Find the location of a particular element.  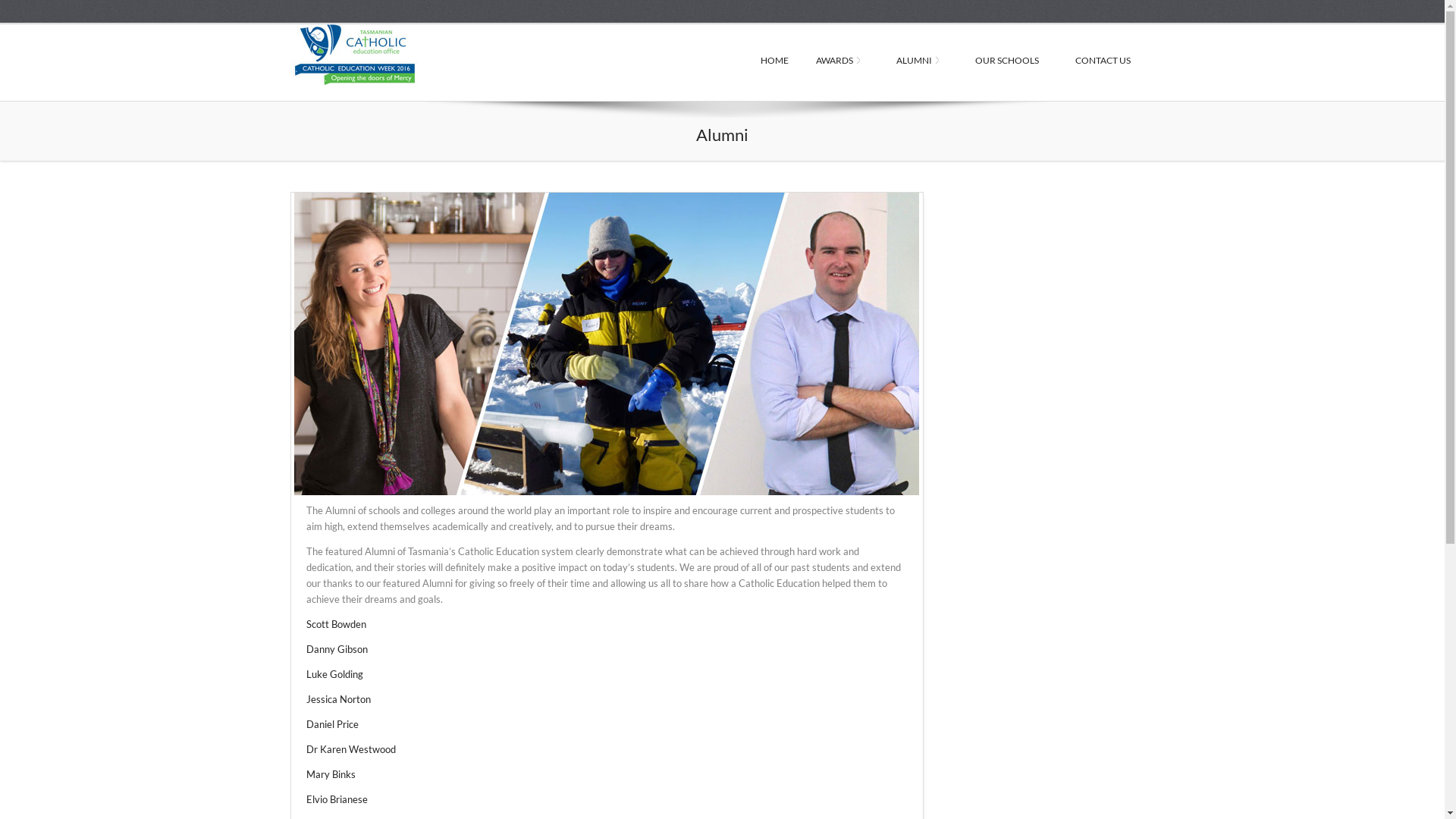

'Danny Gibson' is located at coordinates (336, 648).